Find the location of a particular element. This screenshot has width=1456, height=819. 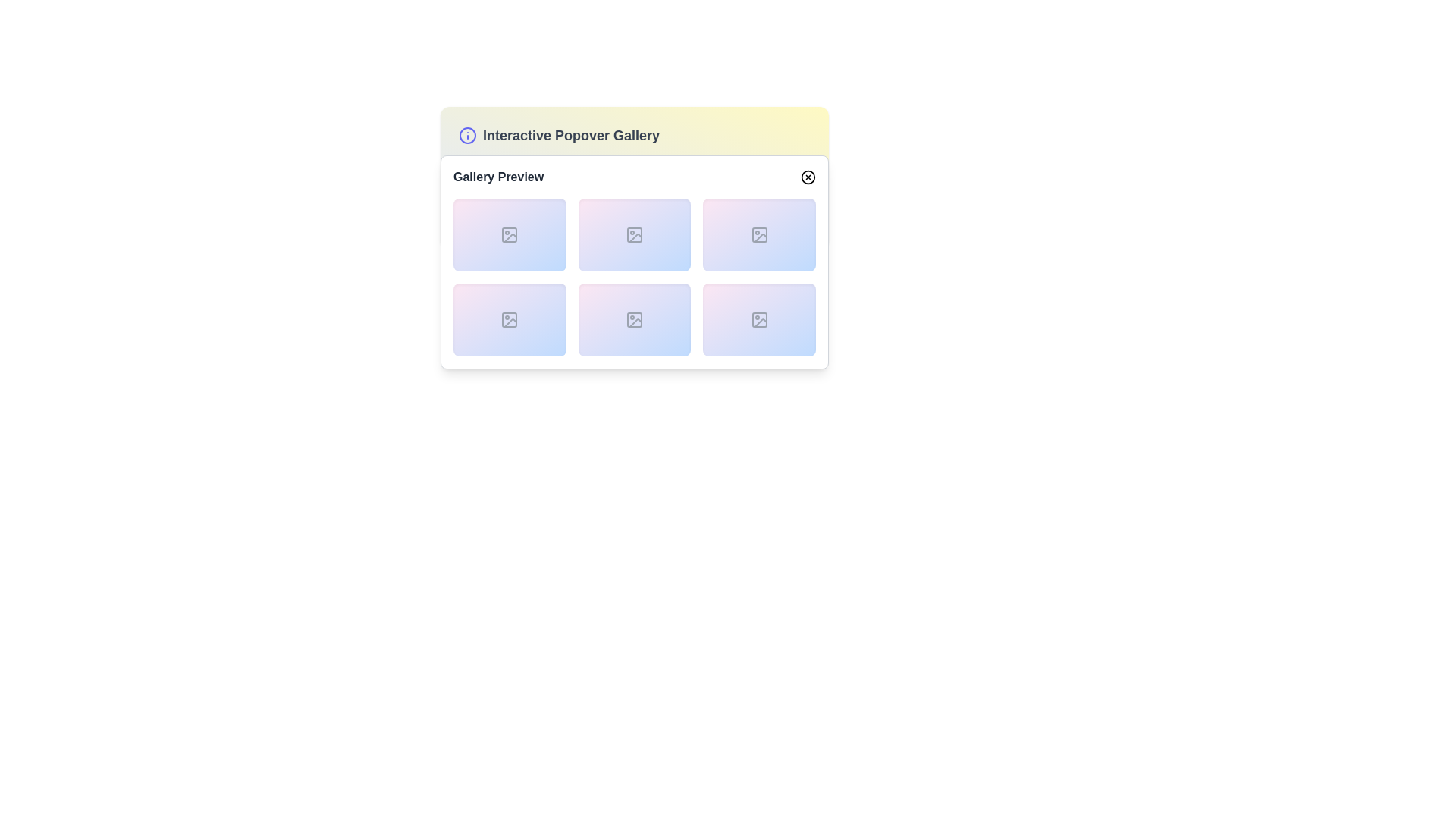

the decorative icon fragment located in the top-left cell of the 3x2 grid in the gallery preview is located at coordinates (510, 238).